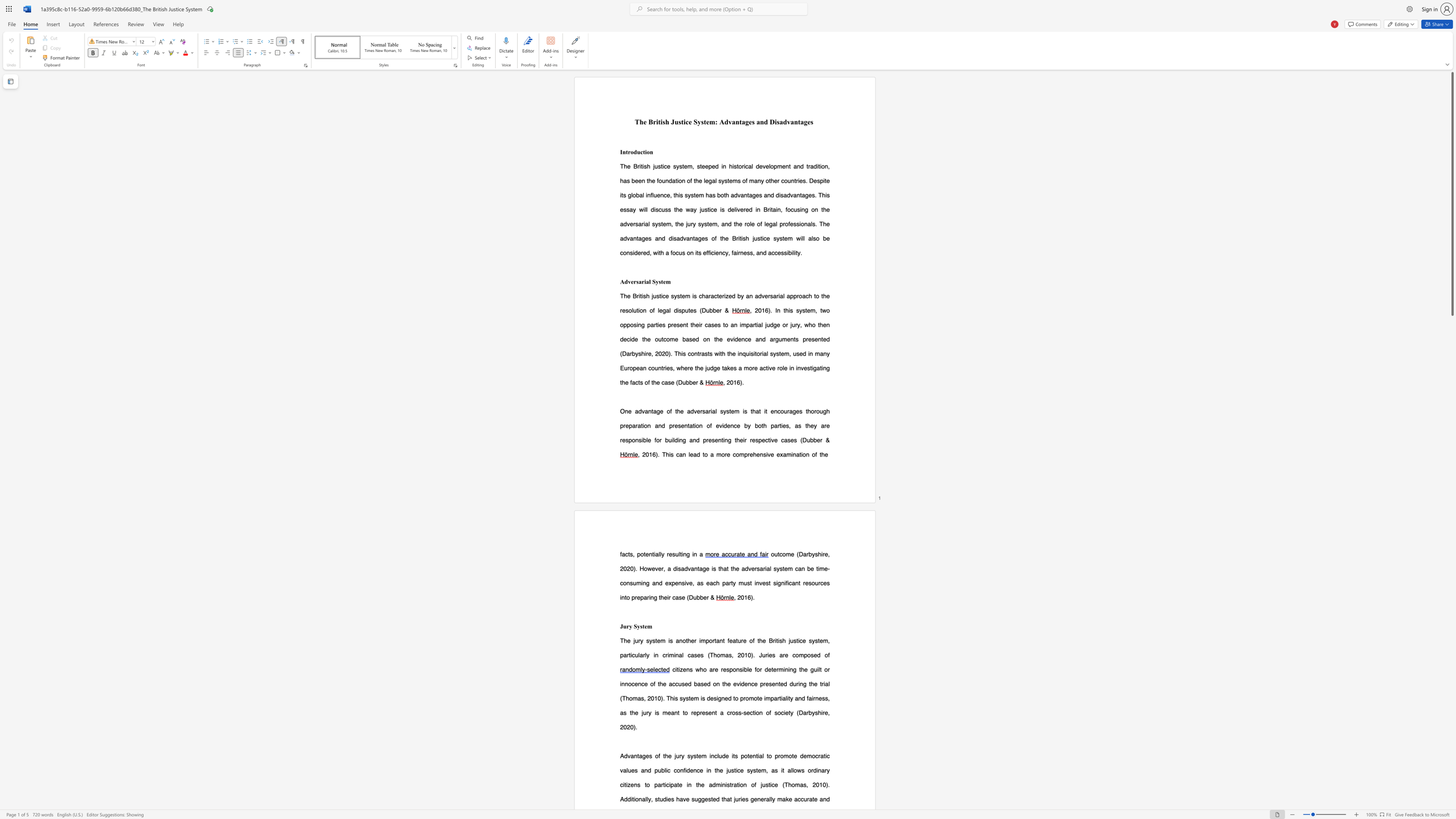 The image size is (1456, 819). Describe the element at coordinates (723, 640) in the screenshot. I see `the 4th character "t" in the text` at that location.